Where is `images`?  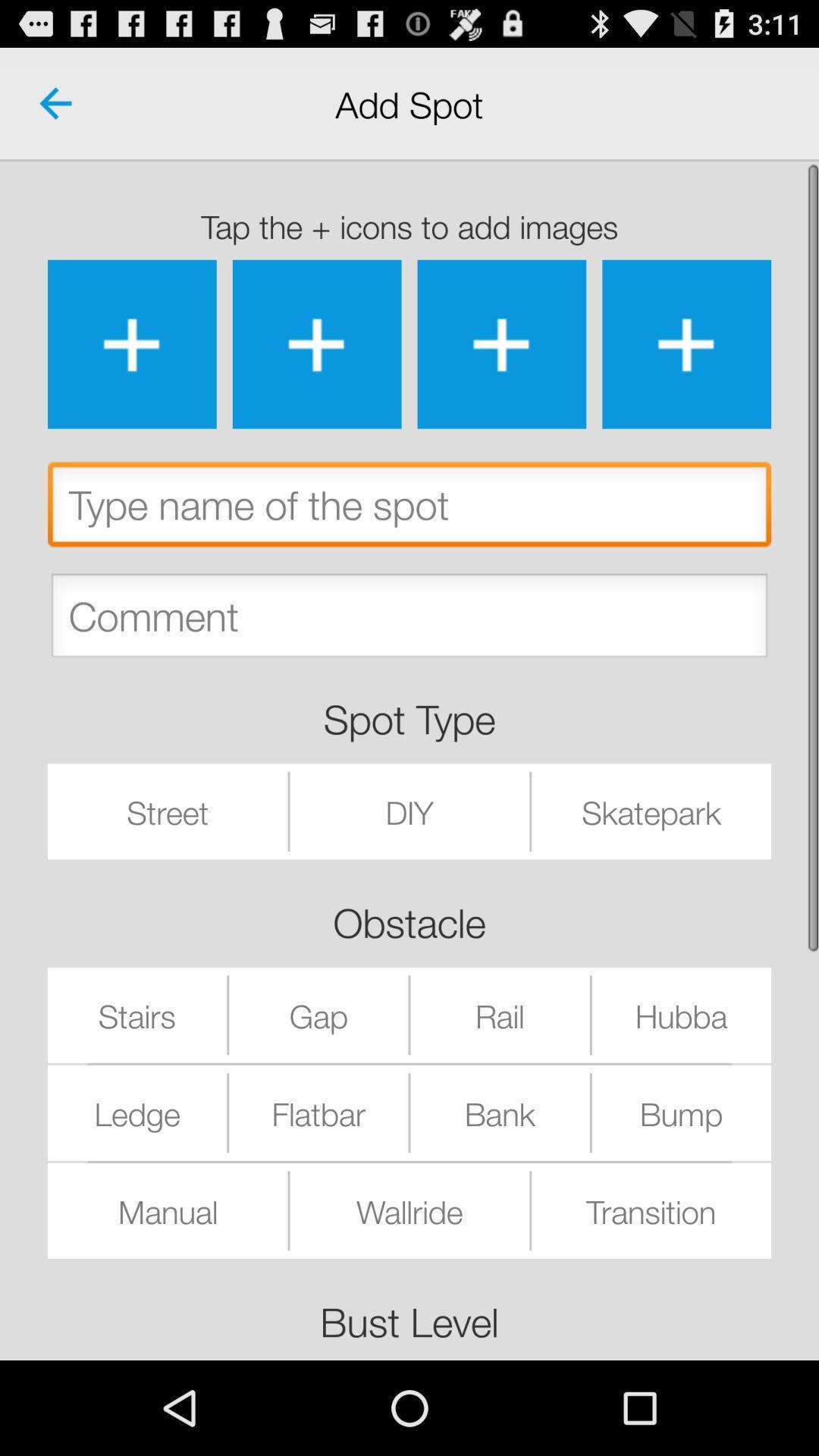 images is located at coordinates (501, 344).